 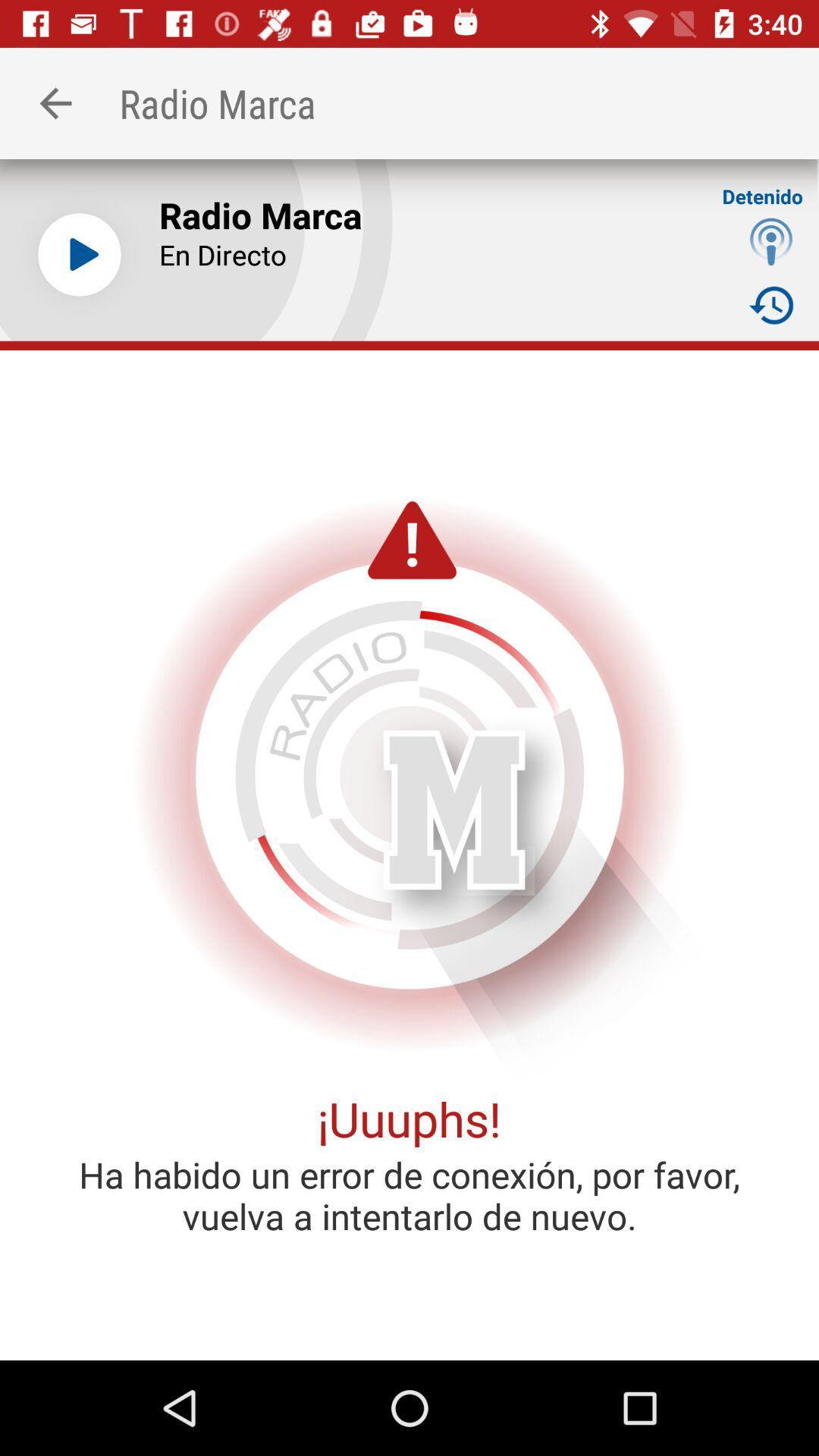 I want to click on item to the right of the en directo icon, so click(x=771, y=304).